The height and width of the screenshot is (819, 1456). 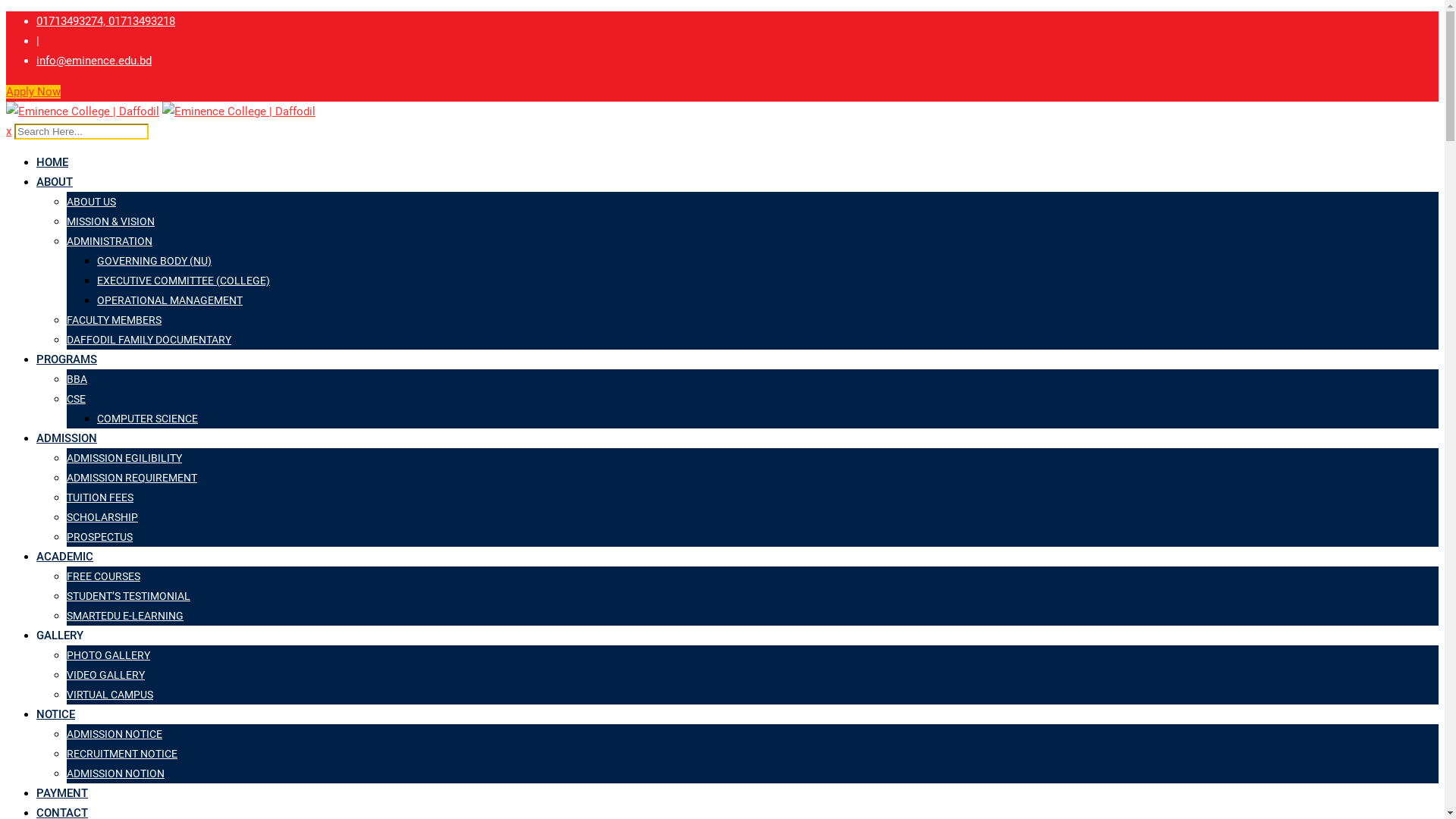 I want to click on 'SCHOLARSHIP', so click(x=65, y=516).